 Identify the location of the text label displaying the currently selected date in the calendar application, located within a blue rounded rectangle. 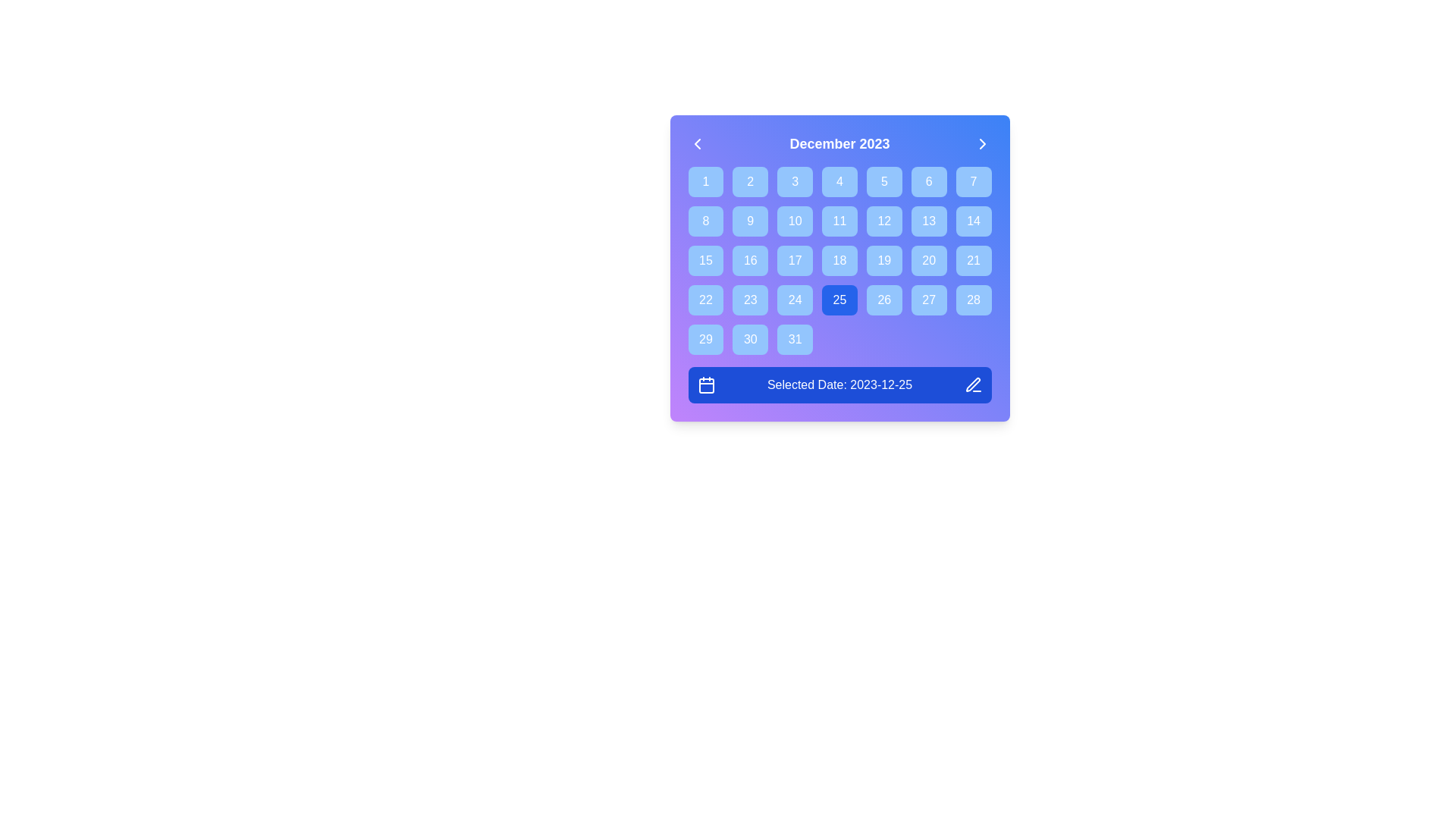
(839, 384).